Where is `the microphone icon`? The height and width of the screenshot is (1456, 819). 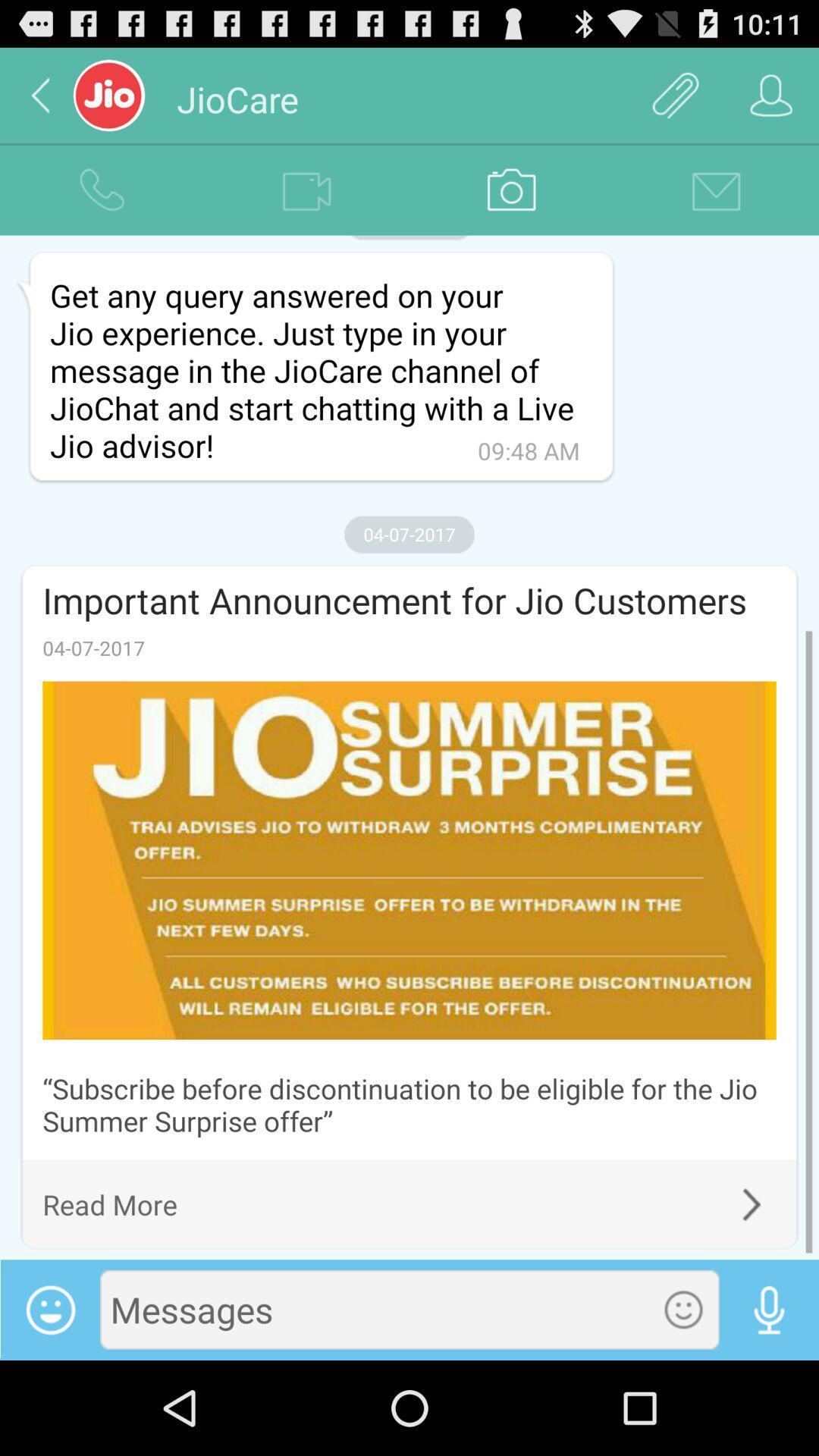 the microphone icon is located at coordinates (769, 1401).